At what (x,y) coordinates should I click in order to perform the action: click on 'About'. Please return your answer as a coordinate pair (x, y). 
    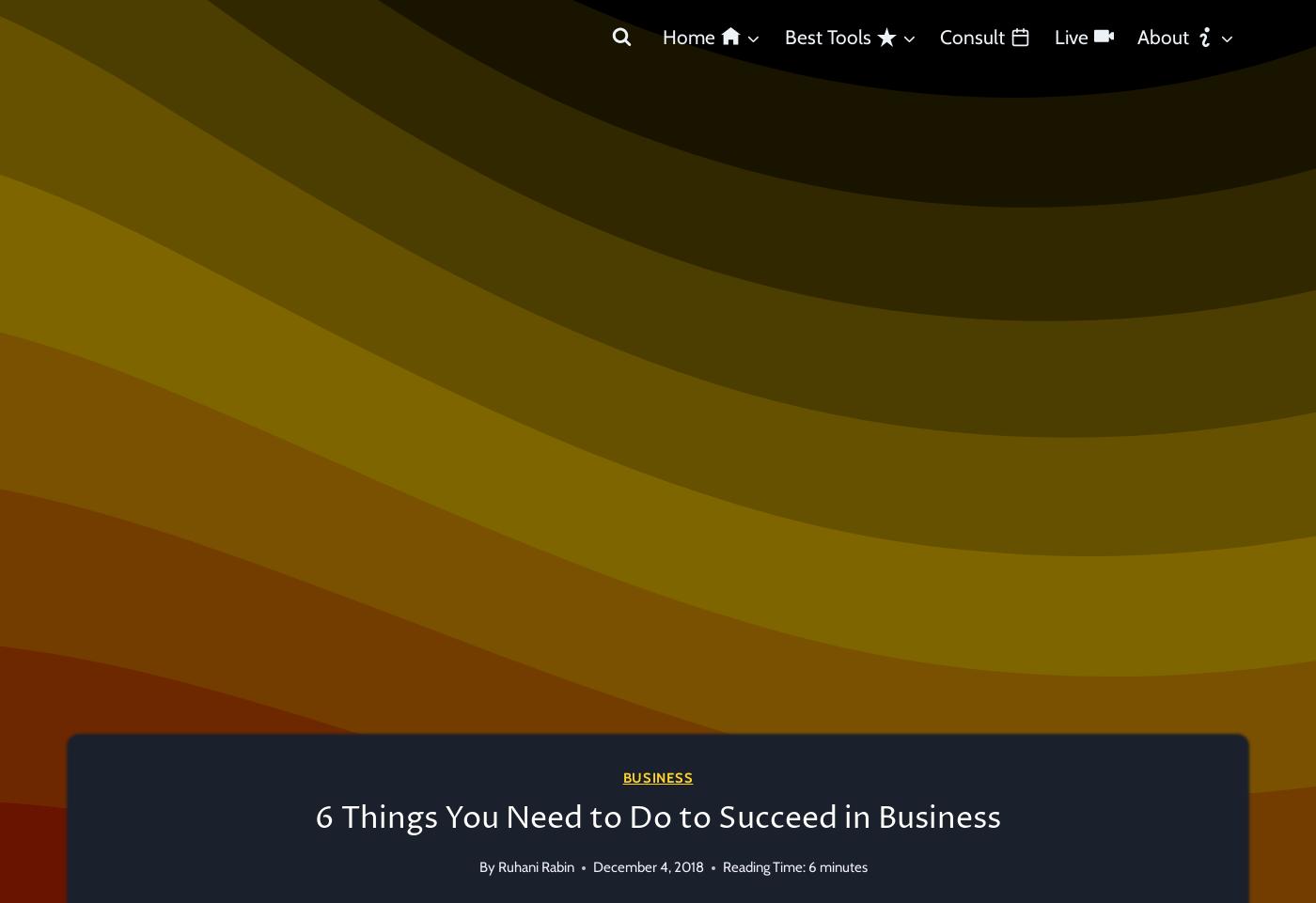
    Looking at the image, I should click on (1137, 36).